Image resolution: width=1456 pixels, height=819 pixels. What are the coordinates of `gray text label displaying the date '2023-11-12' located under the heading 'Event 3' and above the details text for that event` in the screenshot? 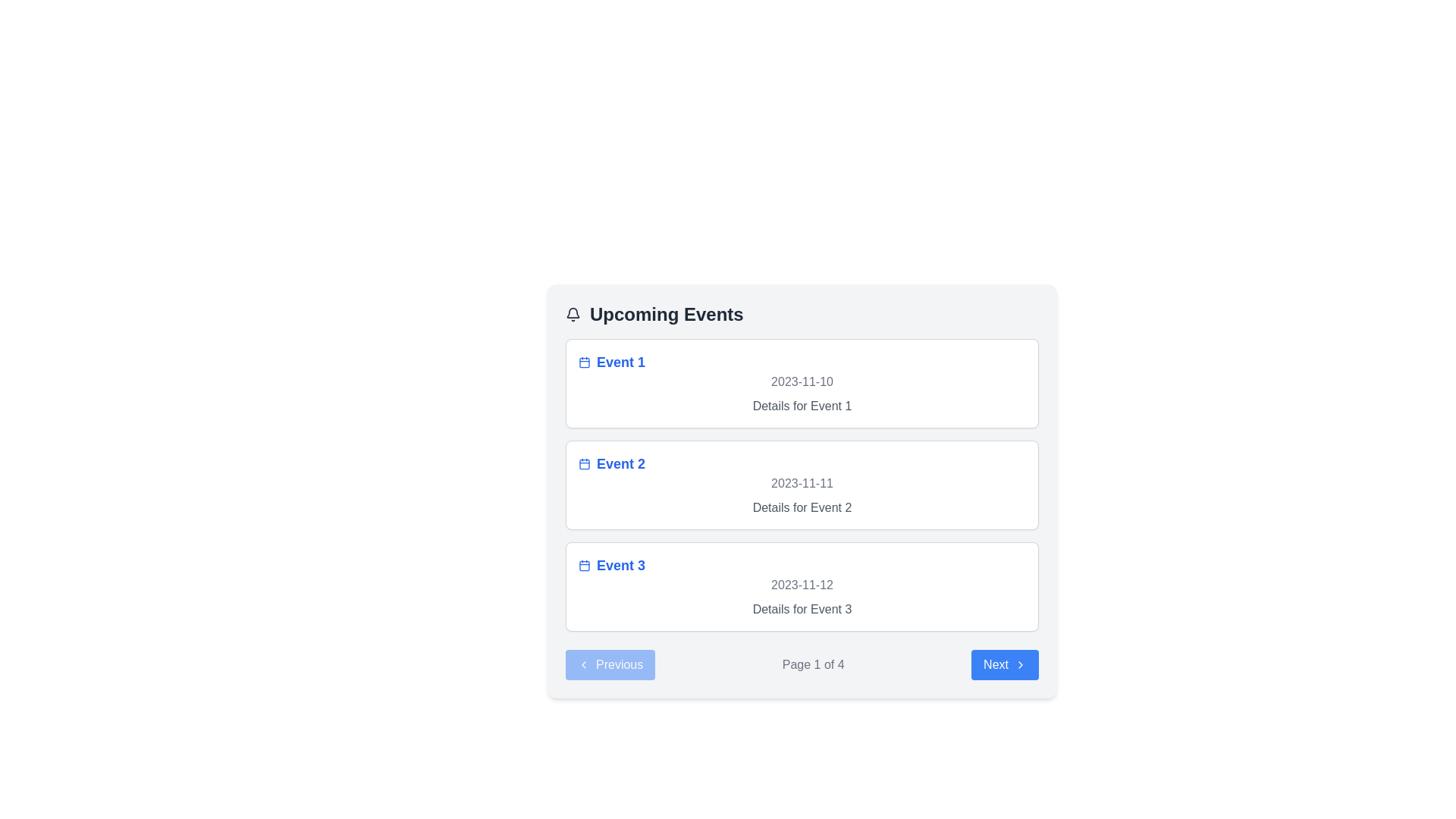 It's located at (801, 584).